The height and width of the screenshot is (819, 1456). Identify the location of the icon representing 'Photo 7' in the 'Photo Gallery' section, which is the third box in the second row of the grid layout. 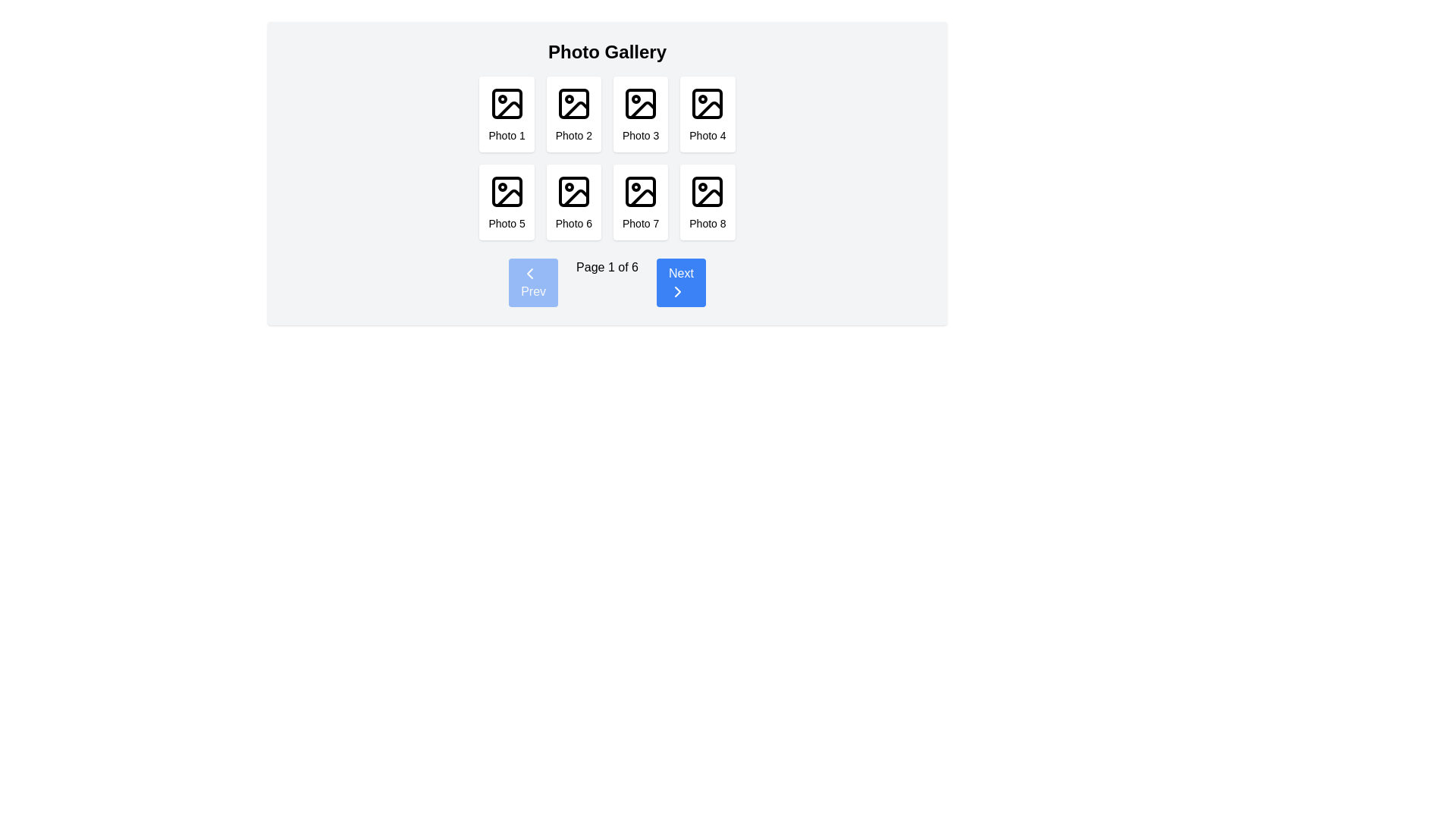
(641, 191).